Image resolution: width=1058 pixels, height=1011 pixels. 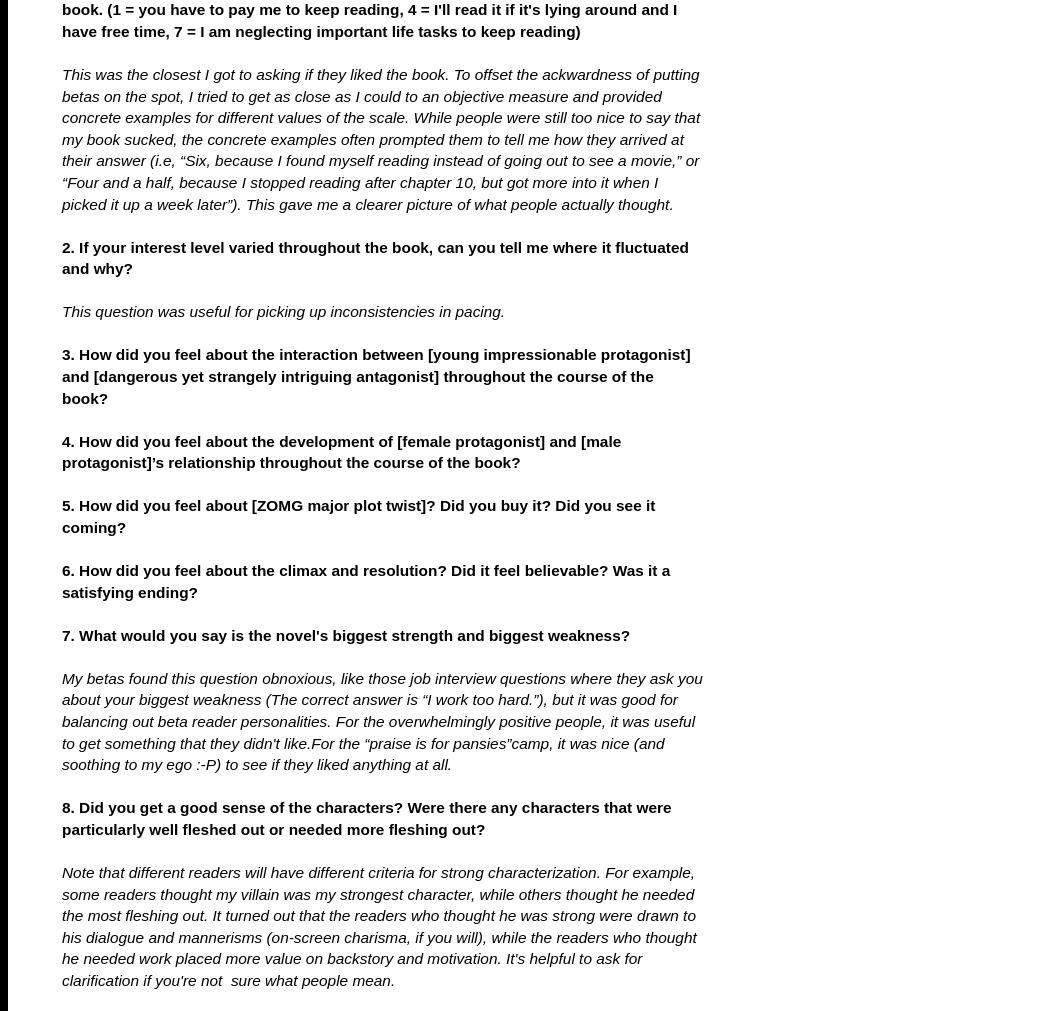 What do you see at coordinates (282, 311) in the screenshot?
I see `'This question was useful for picking up inconsistencies in pacing.'` at bounding box center [282, 311].